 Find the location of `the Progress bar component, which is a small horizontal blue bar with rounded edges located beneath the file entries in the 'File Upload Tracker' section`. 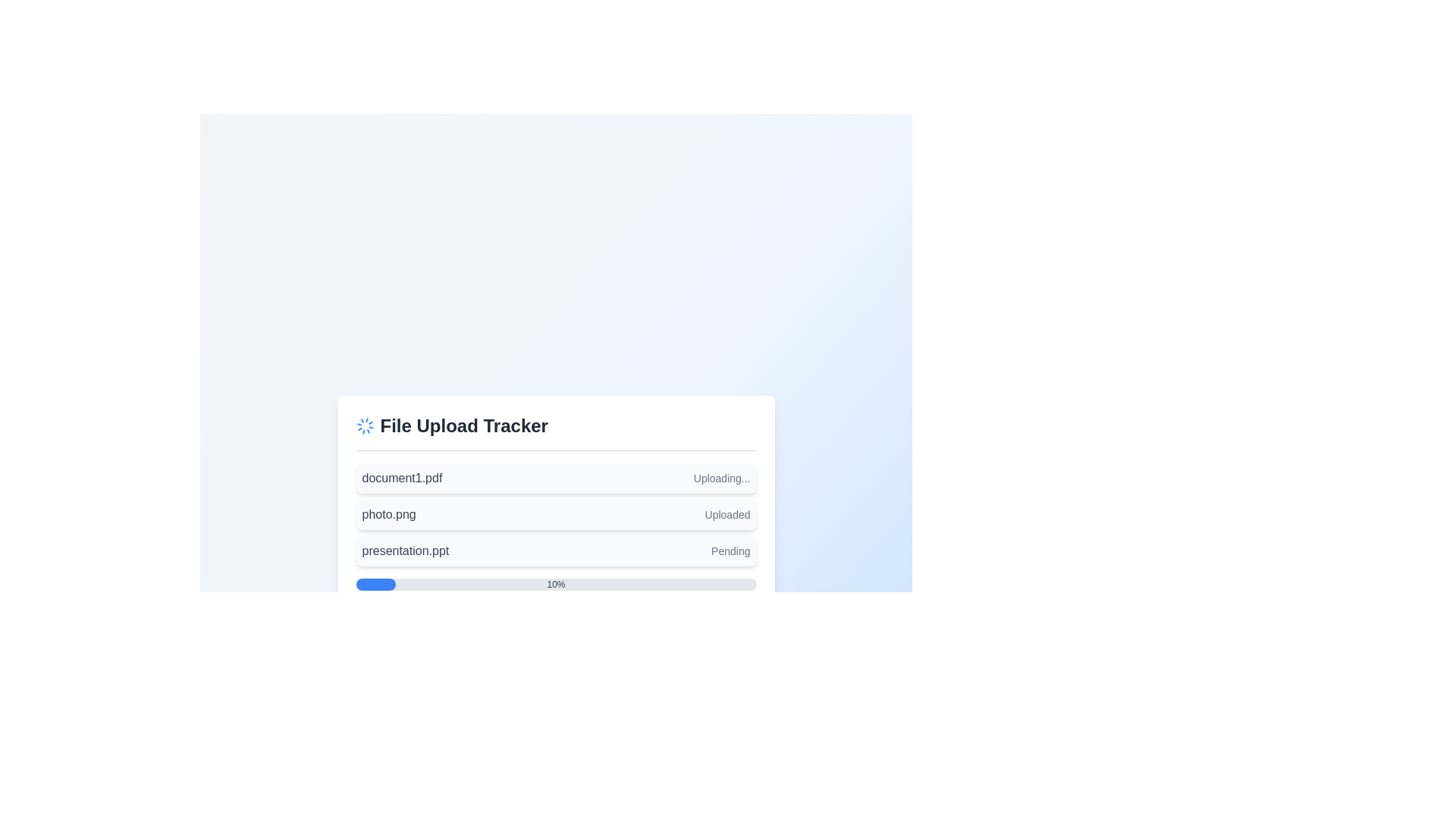

the Progress bar component, which is a small horizontal blue bar with rounded edges located beneath the file entries in the 'File Upload Tracker' section is located at coordinates (375, 583).